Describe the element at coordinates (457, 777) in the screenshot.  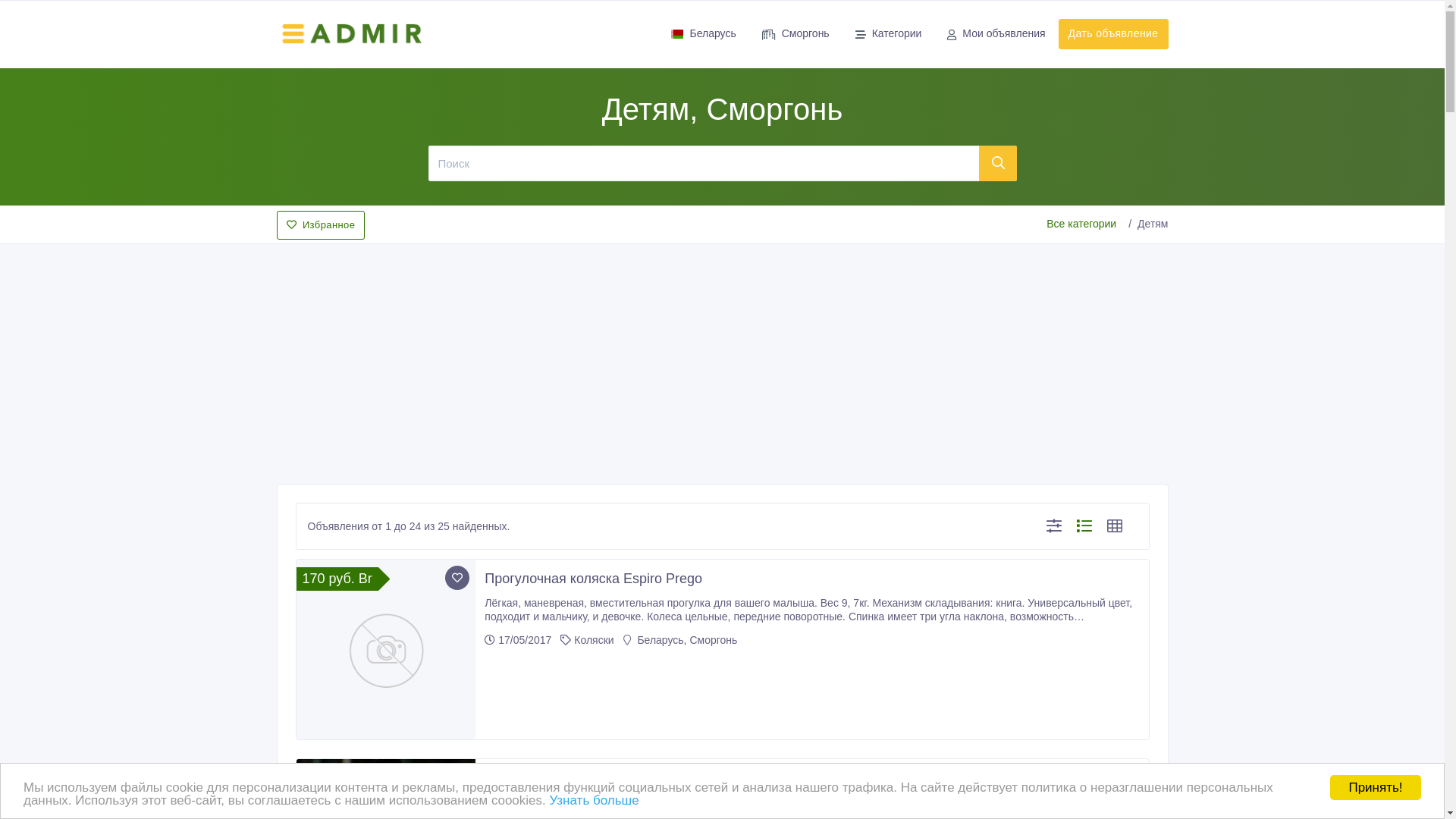
I see `'Add to favorite'` at that location.